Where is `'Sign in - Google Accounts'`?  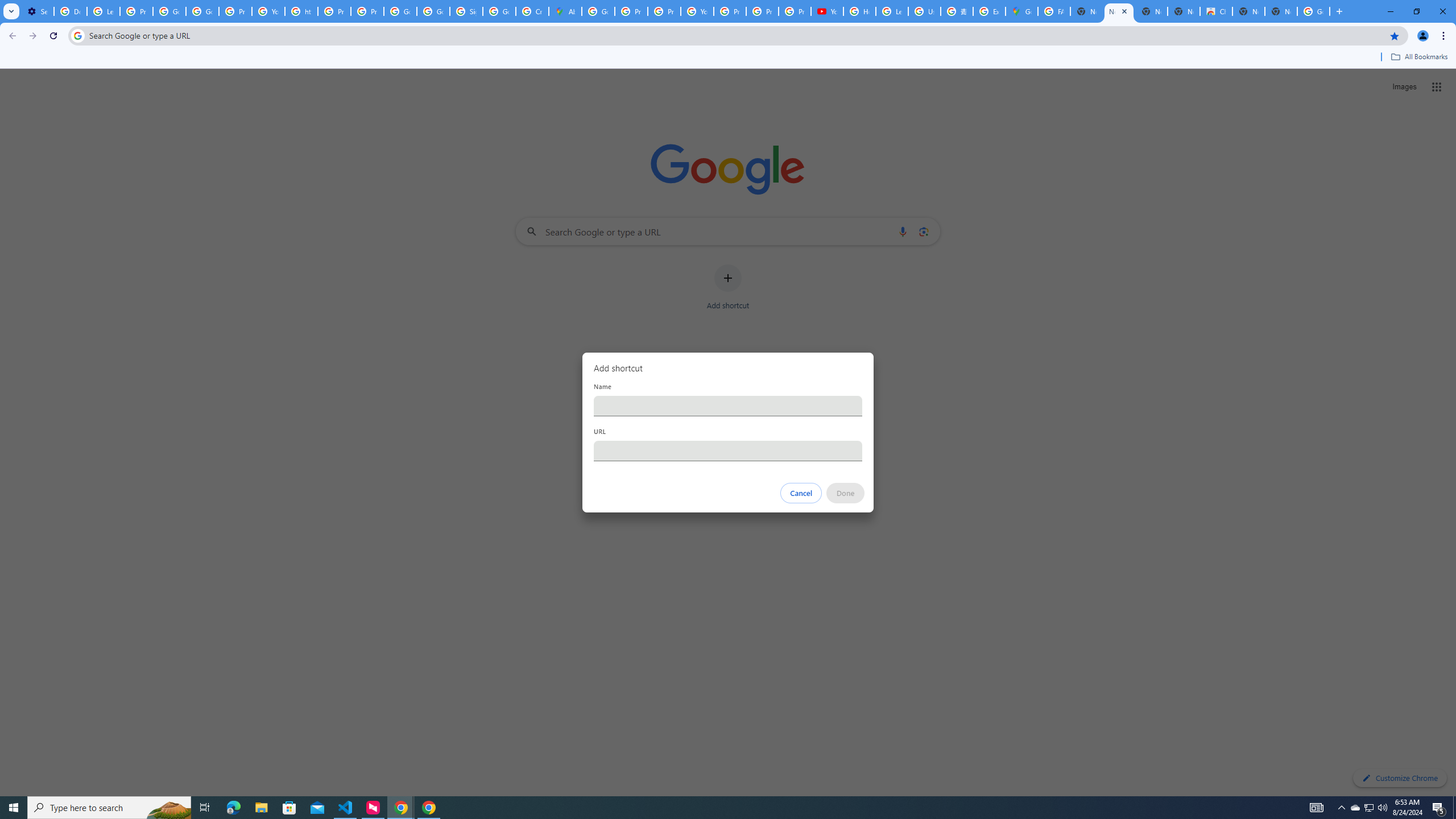
'Sign in - Google Accounts' is located at coordinates (466, 11).